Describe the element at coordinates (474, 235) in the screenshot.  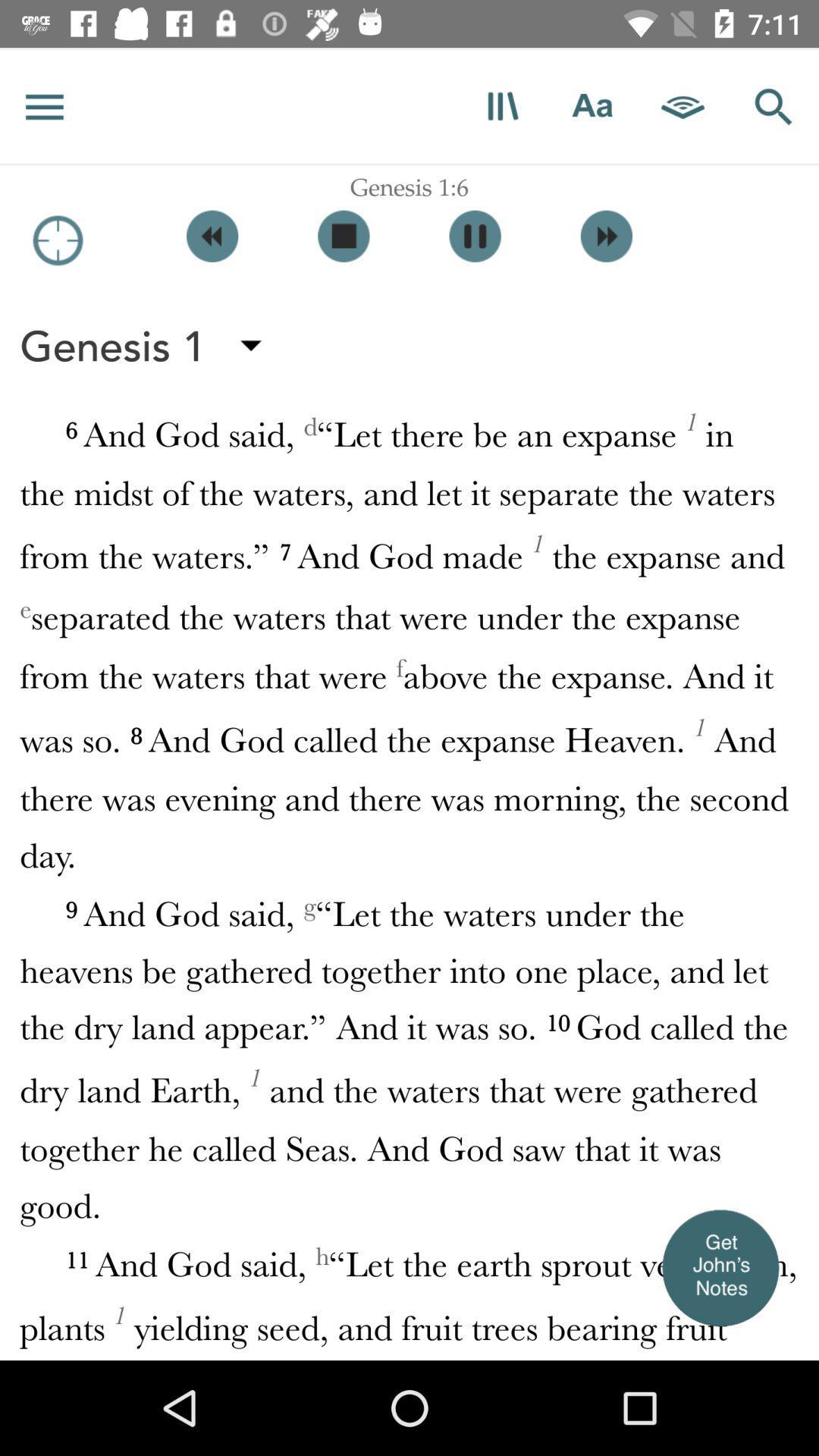
I see `pause playback option` at that location.